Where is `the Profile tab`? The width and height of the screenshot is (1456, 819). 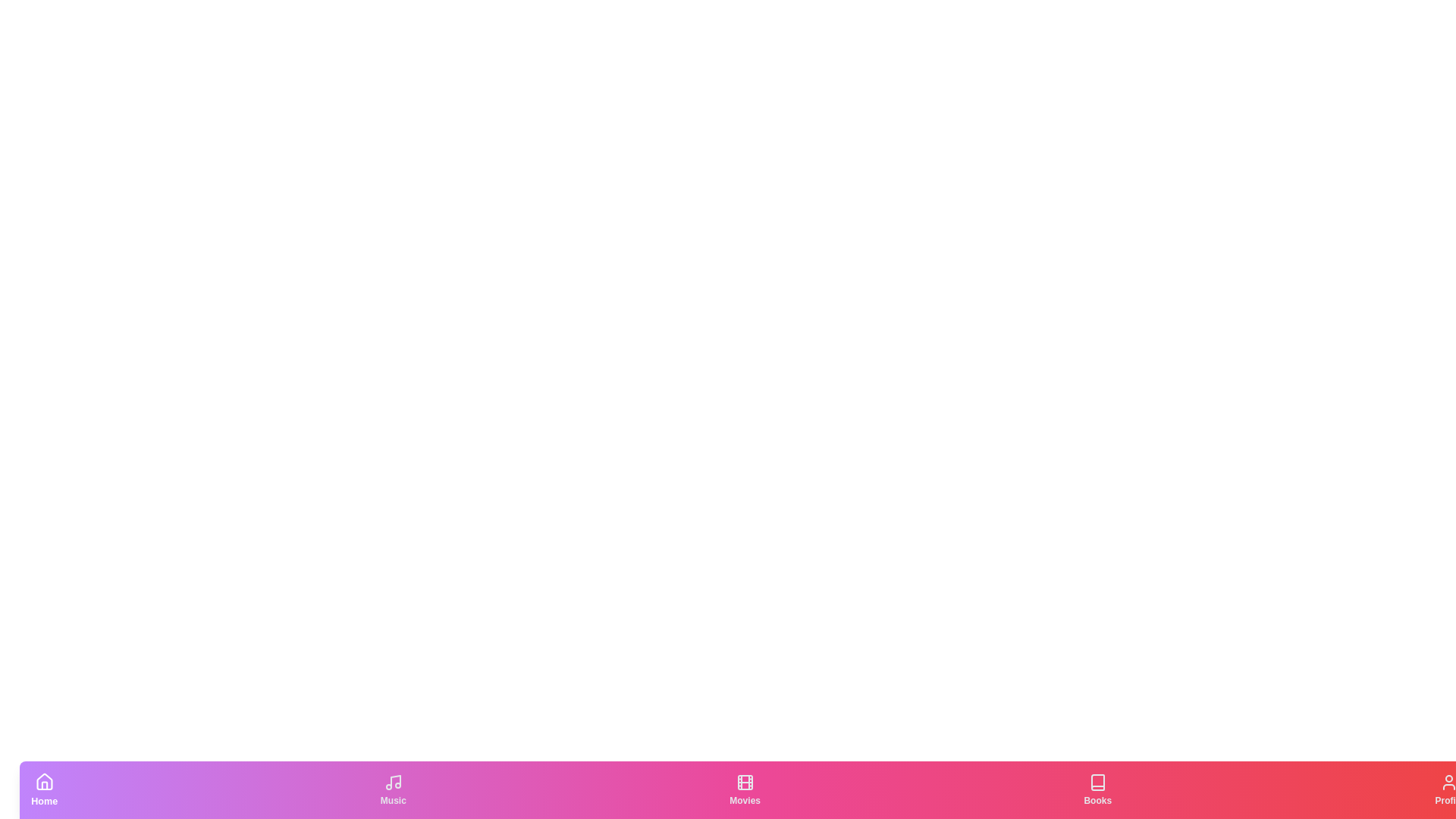 the Profile tab is located at coordinates (1448, 789).